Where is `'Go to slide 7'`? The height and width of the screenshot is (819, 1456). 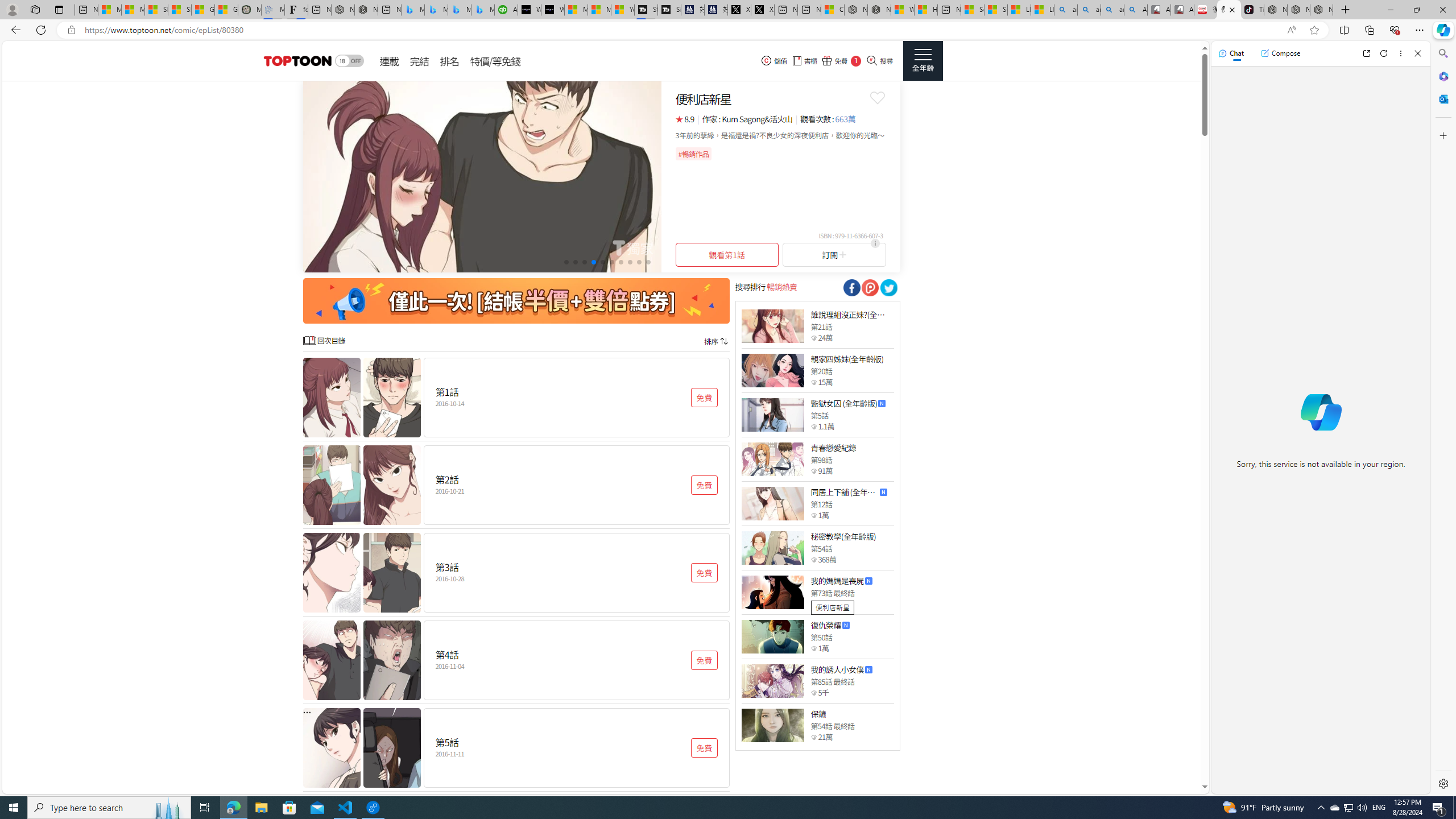 'Go to slide 7' is located at coordinates (621, 261).